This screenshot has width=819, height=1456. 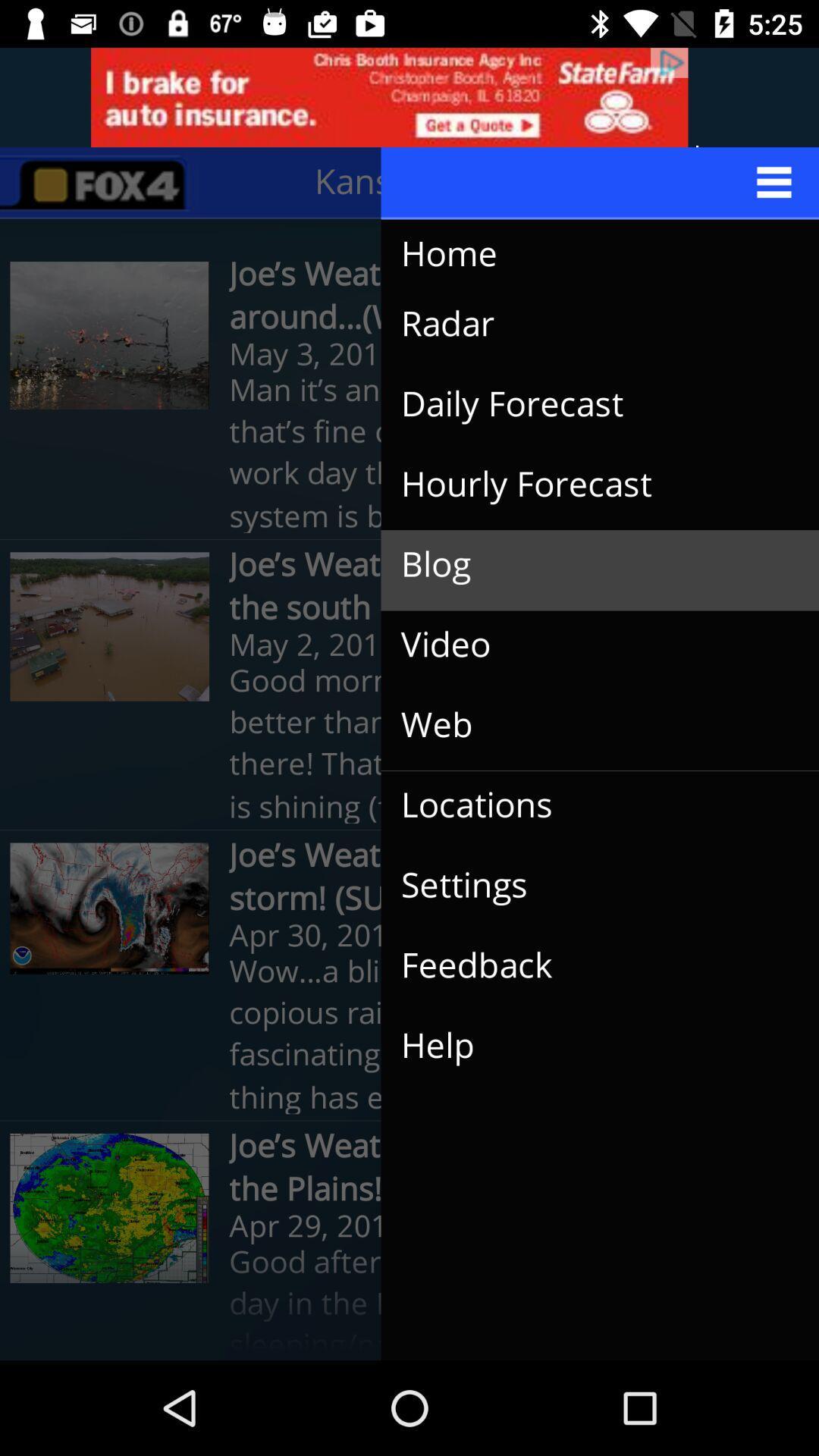 I want to click on daily forecast item, so click(x=587, y=404).